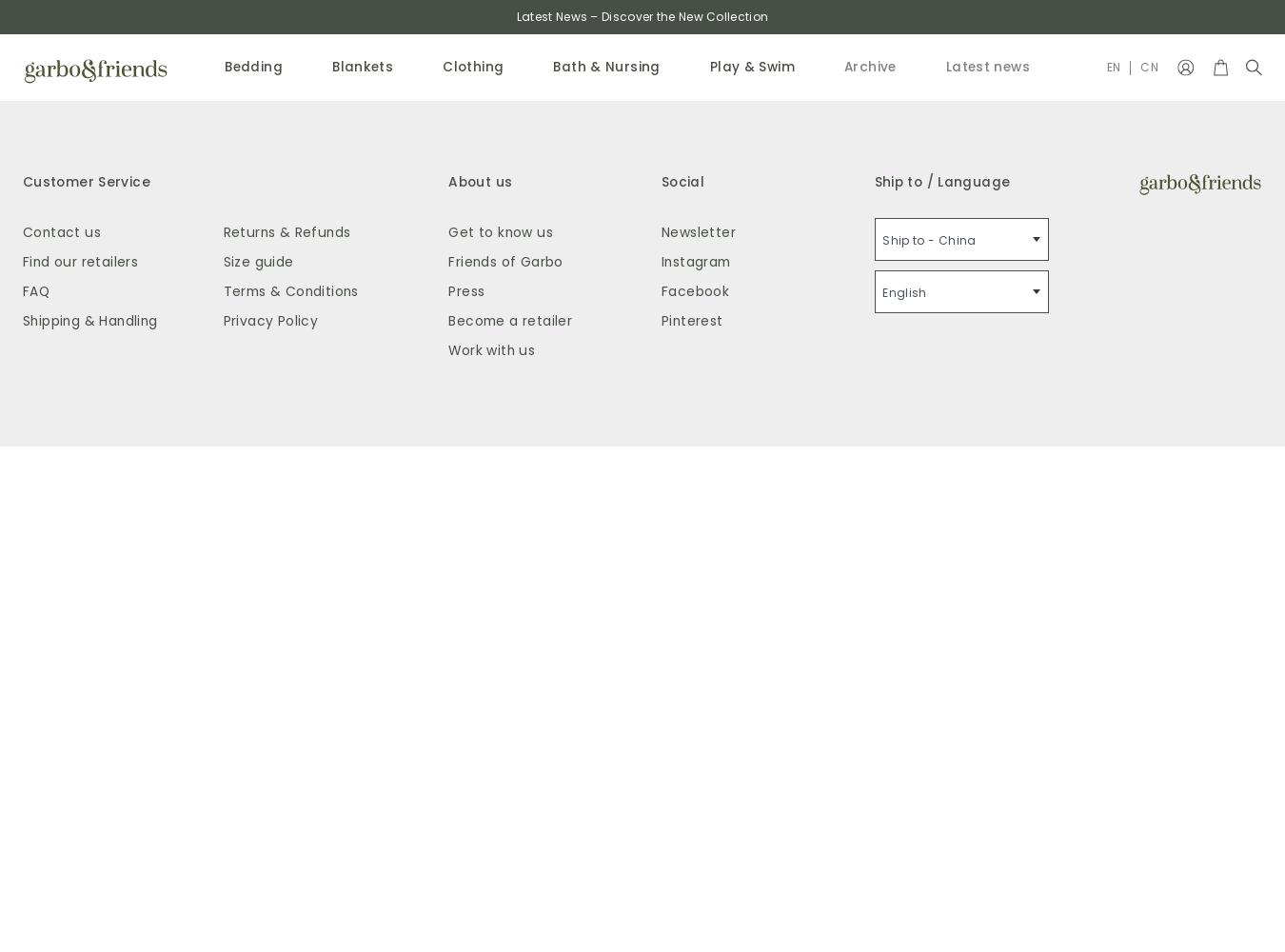 The height and width of the screenshot is (952, 1285). I want to click on 'Blankets', so click(362, 66).